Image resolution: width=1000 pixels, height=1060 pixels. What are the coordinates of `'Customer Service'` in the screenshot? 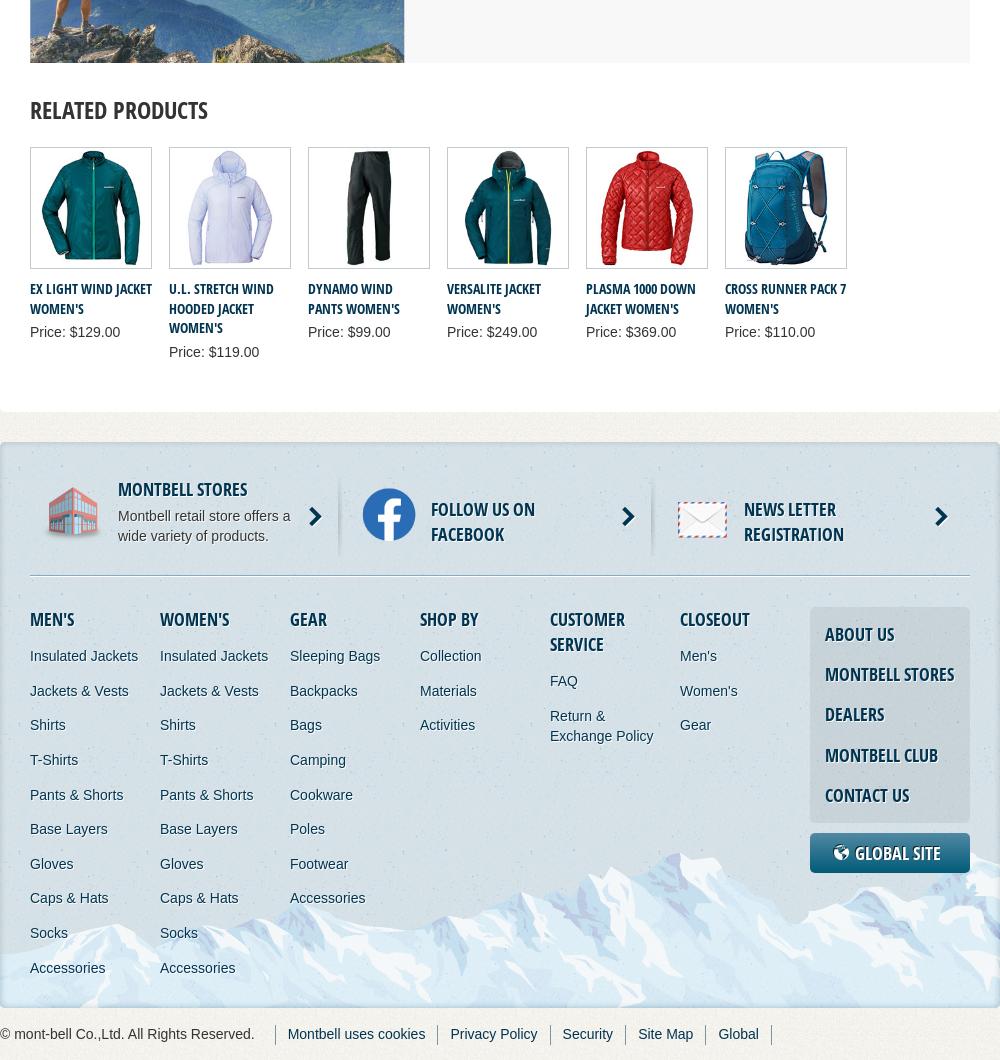 It's located at (586, 631).